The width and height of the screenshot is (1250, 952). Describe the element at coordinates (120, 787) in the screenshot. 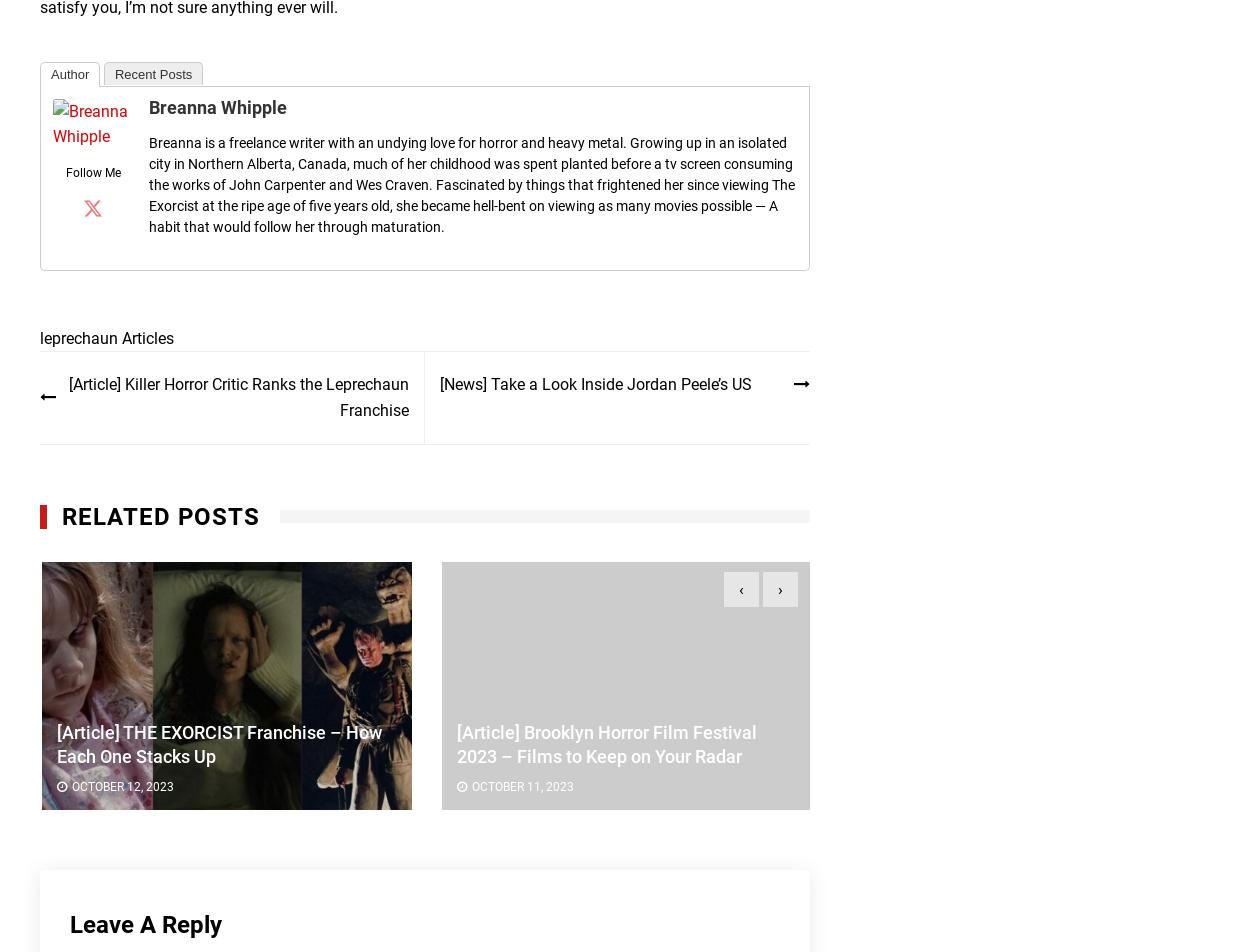

I see `'October 12, 2023'` at that location.